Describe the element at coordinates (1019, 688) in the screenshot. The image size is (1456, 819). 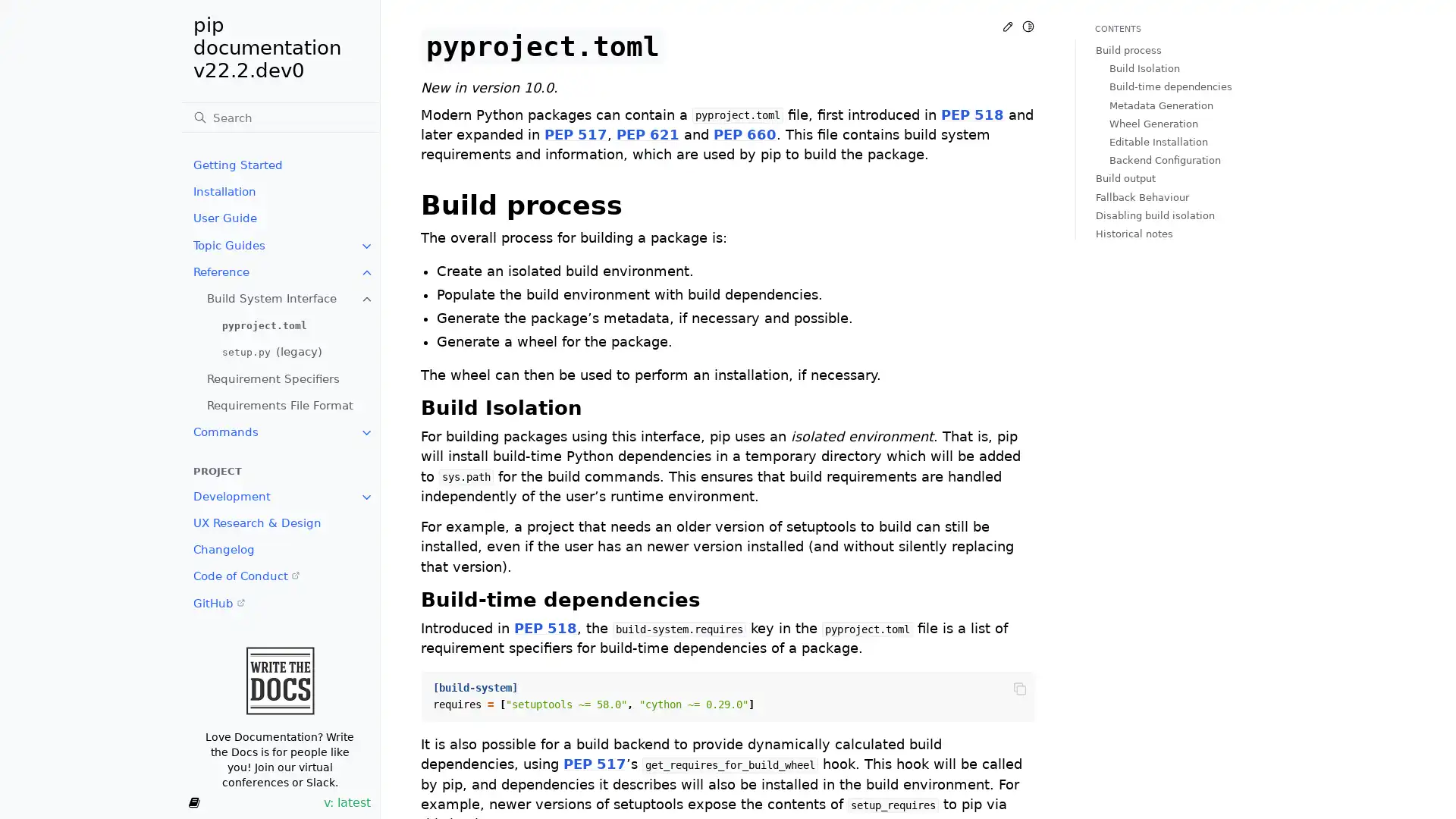
I see `Copy to clipboard` at that location.